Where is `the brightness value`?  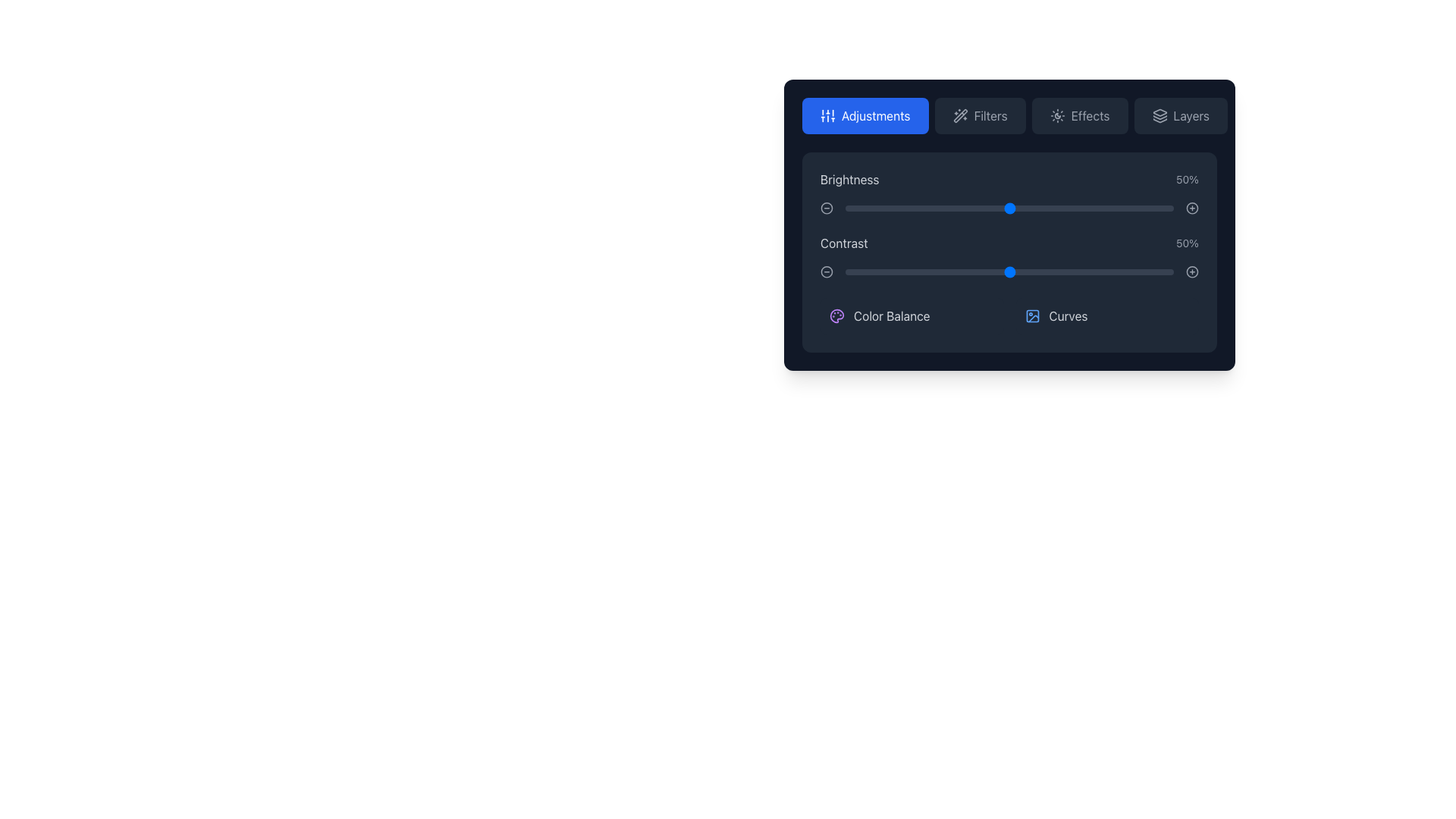
the brightness value is located at coordinates (862, 208).